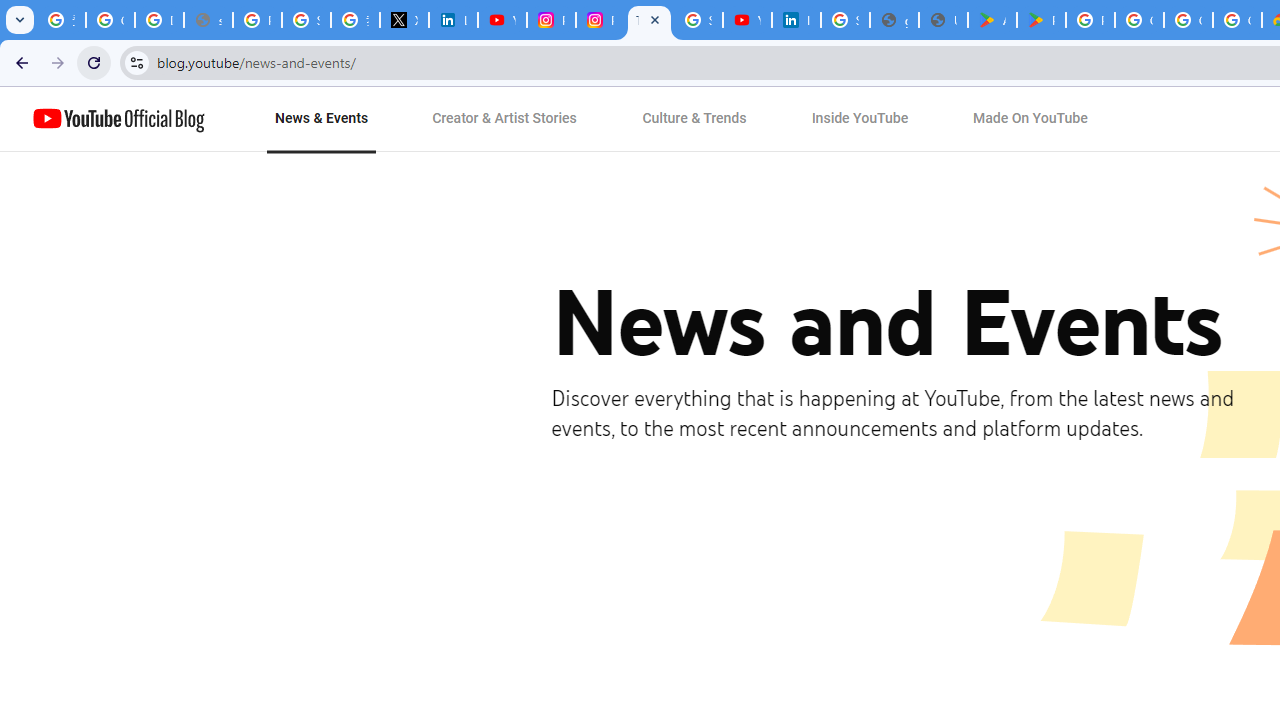  Describe the element at coordinates (502, 20) in the screenshot. I see `'YouTube Content Monetization Policies - How YouTube Works'` at that location.